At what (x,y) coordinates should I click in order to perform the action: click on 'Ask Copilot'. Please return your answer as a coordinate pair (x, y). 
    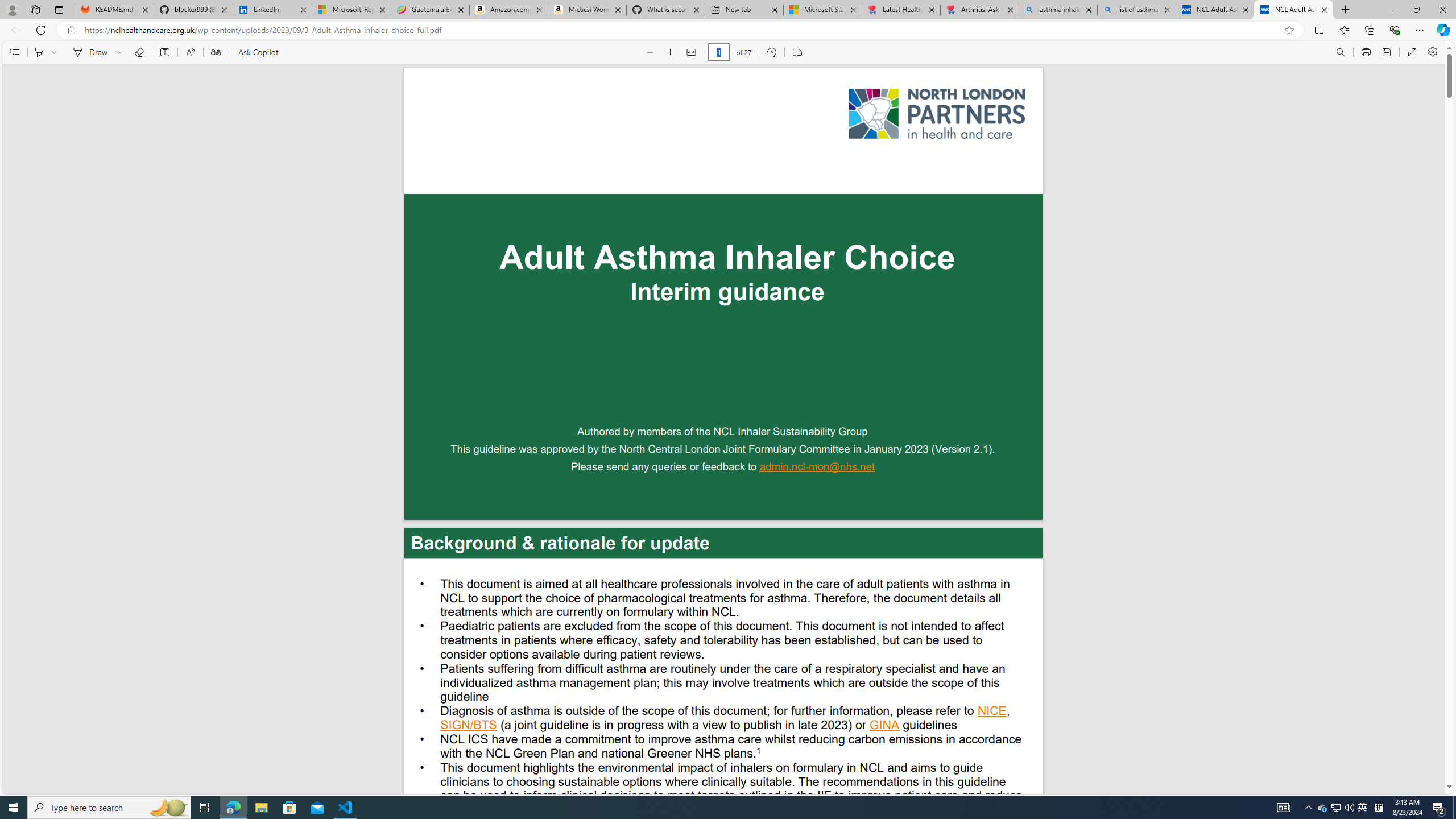
    Looking at the image, I should click on (257, 52).